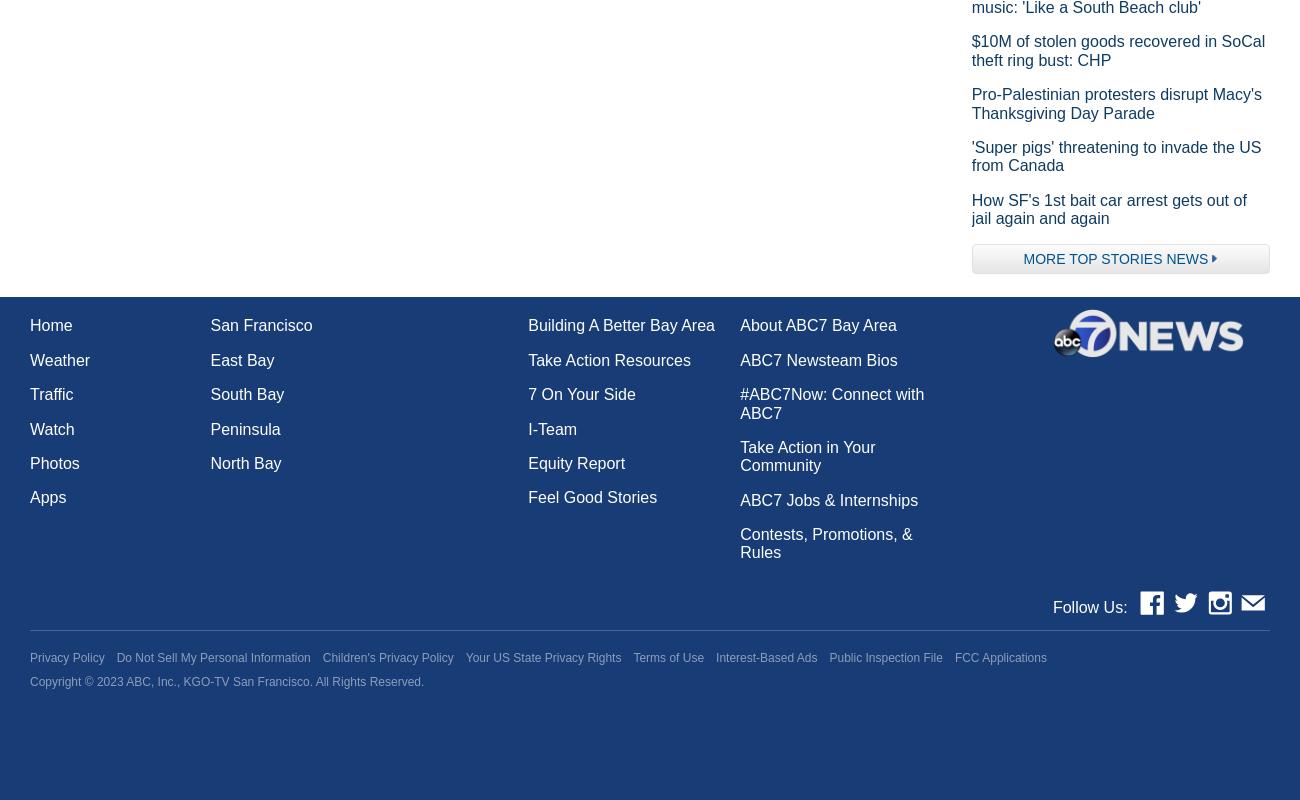 Image resolution: width=1300 pixels, height=800 pixels. Describe the element at coordinates (66, 657) in the screenshot. I see `'Privacy Policy'` at that location.